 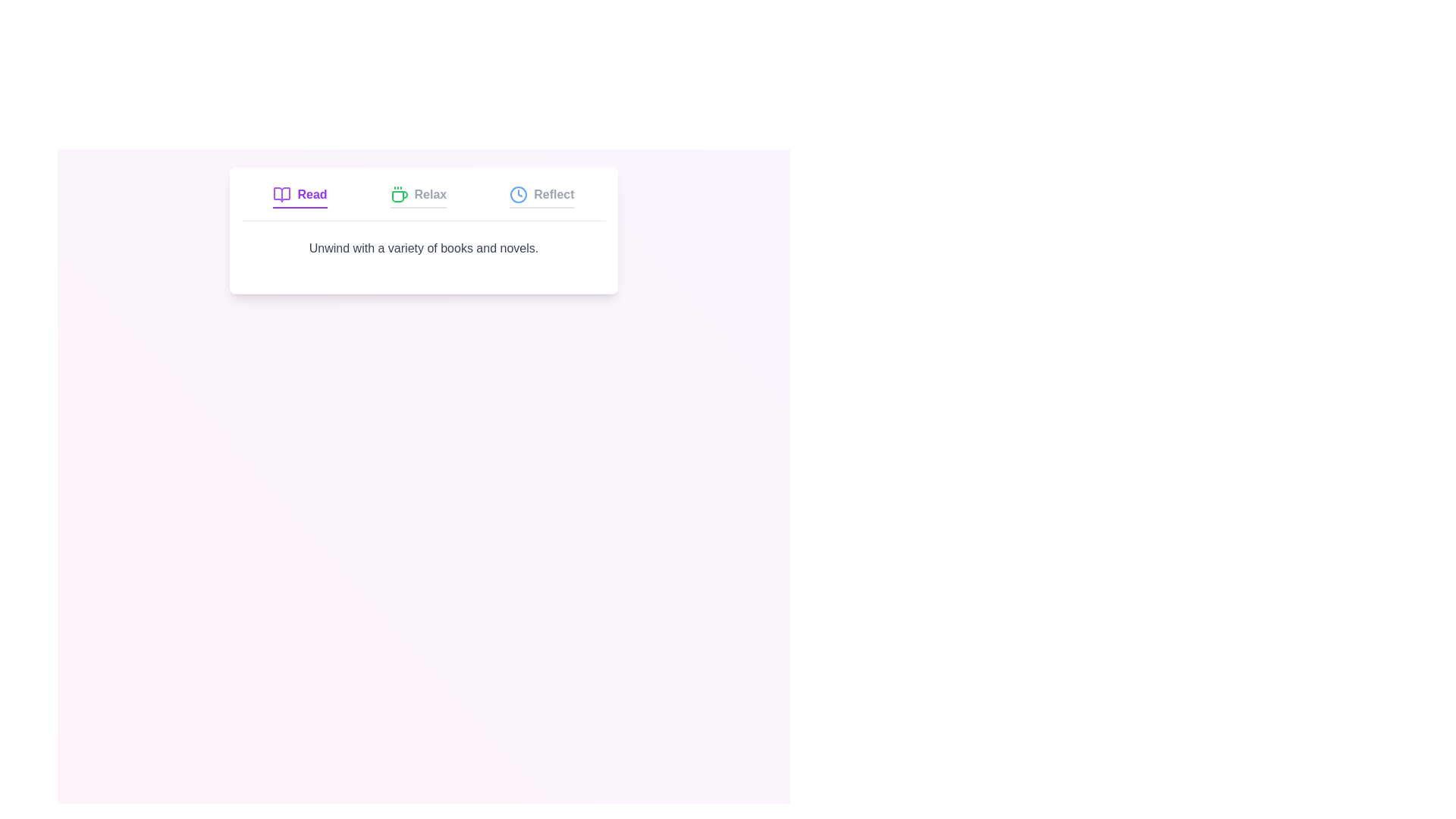 What do you see at coordinates (418, 196) in the screenshot?
I see `the Relax tab to switch its content` at bounding box center [418, 196].